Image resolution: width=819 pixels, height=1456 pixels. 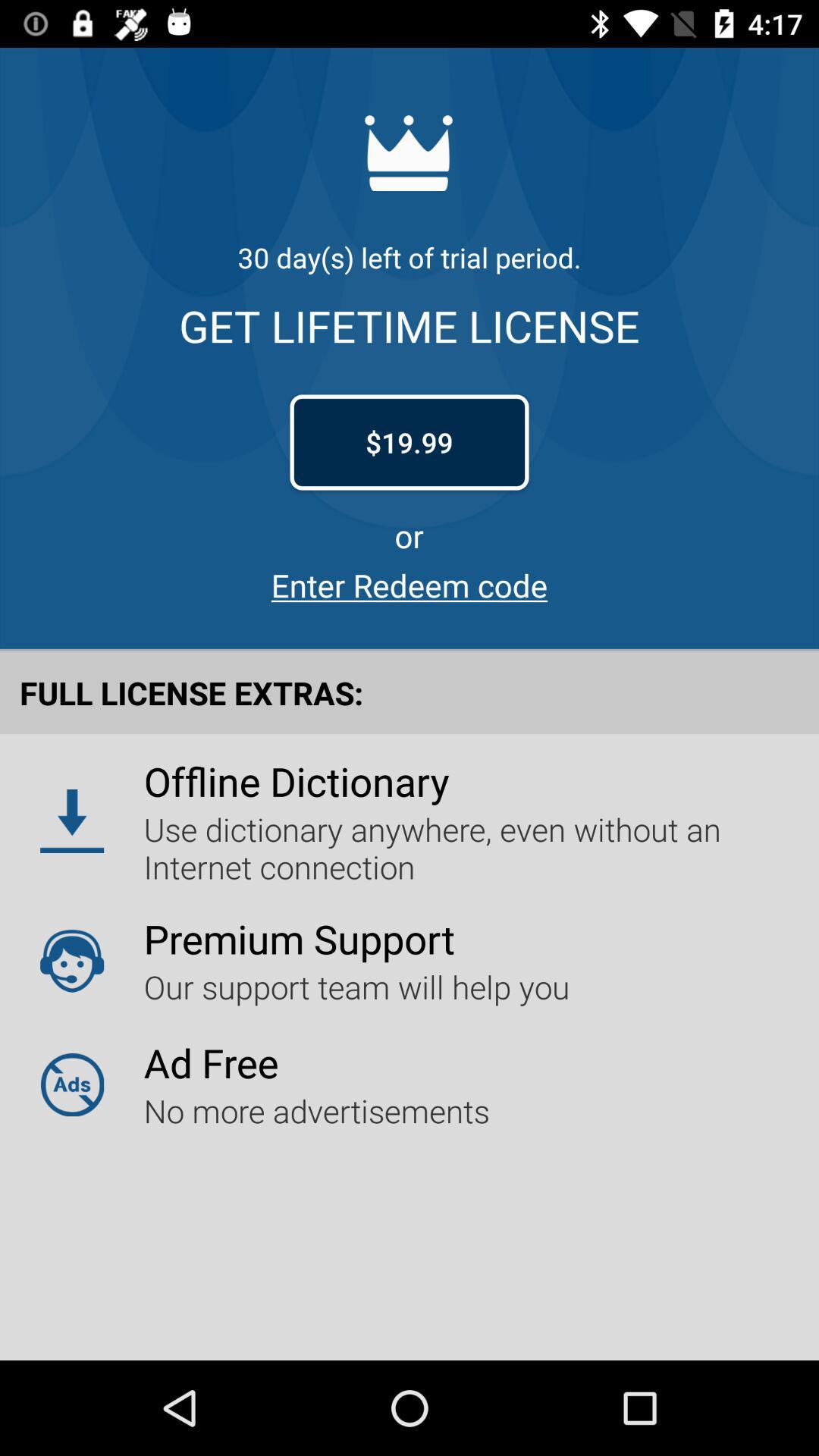 What do you see at coordinates (409, 441) in the screenshot?
I see `icon above or item` at bounding box center [409, 441].